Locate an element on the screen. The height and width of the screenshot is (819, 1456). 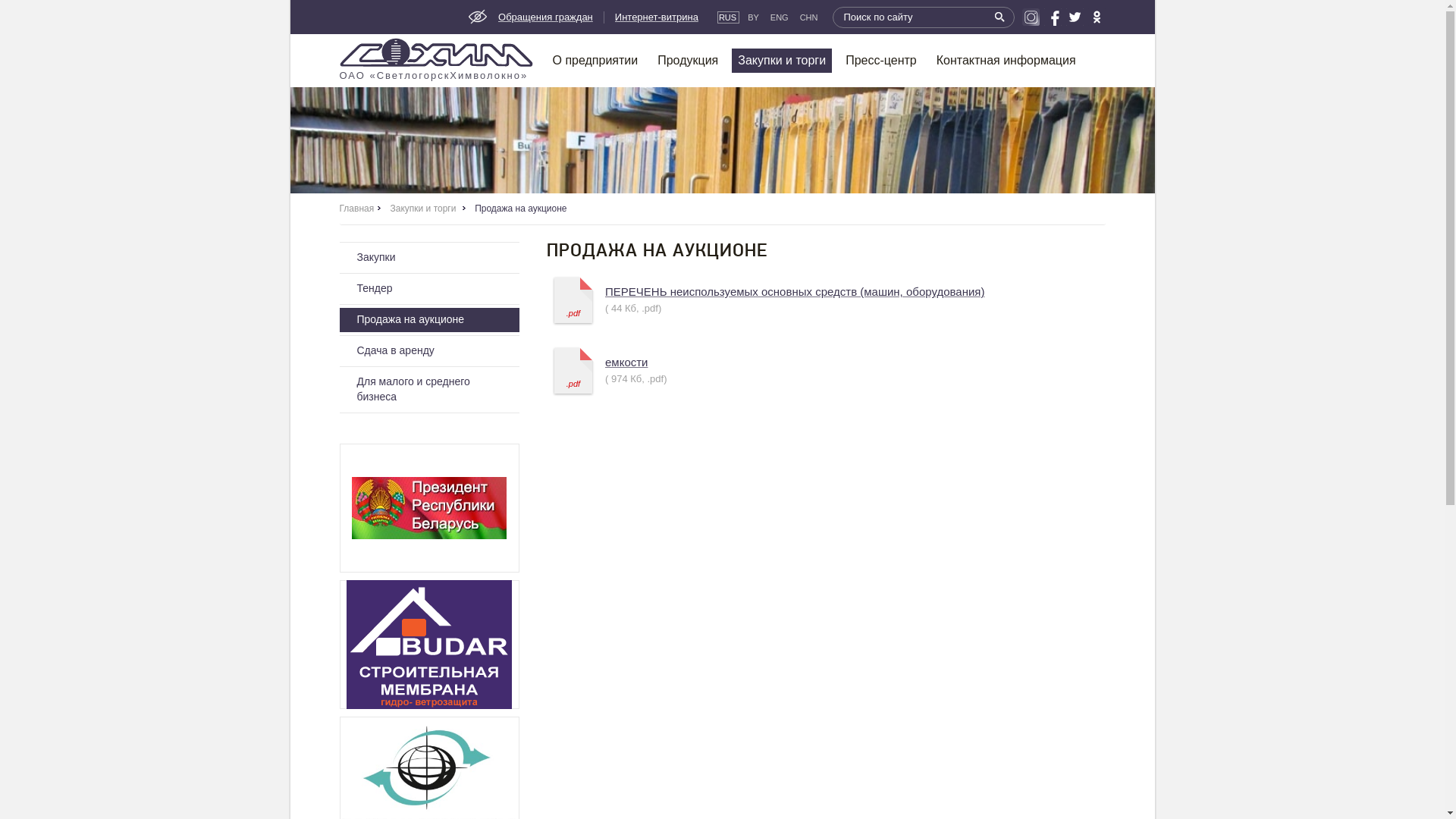
'ENG' is located at coordinates (780, 17).